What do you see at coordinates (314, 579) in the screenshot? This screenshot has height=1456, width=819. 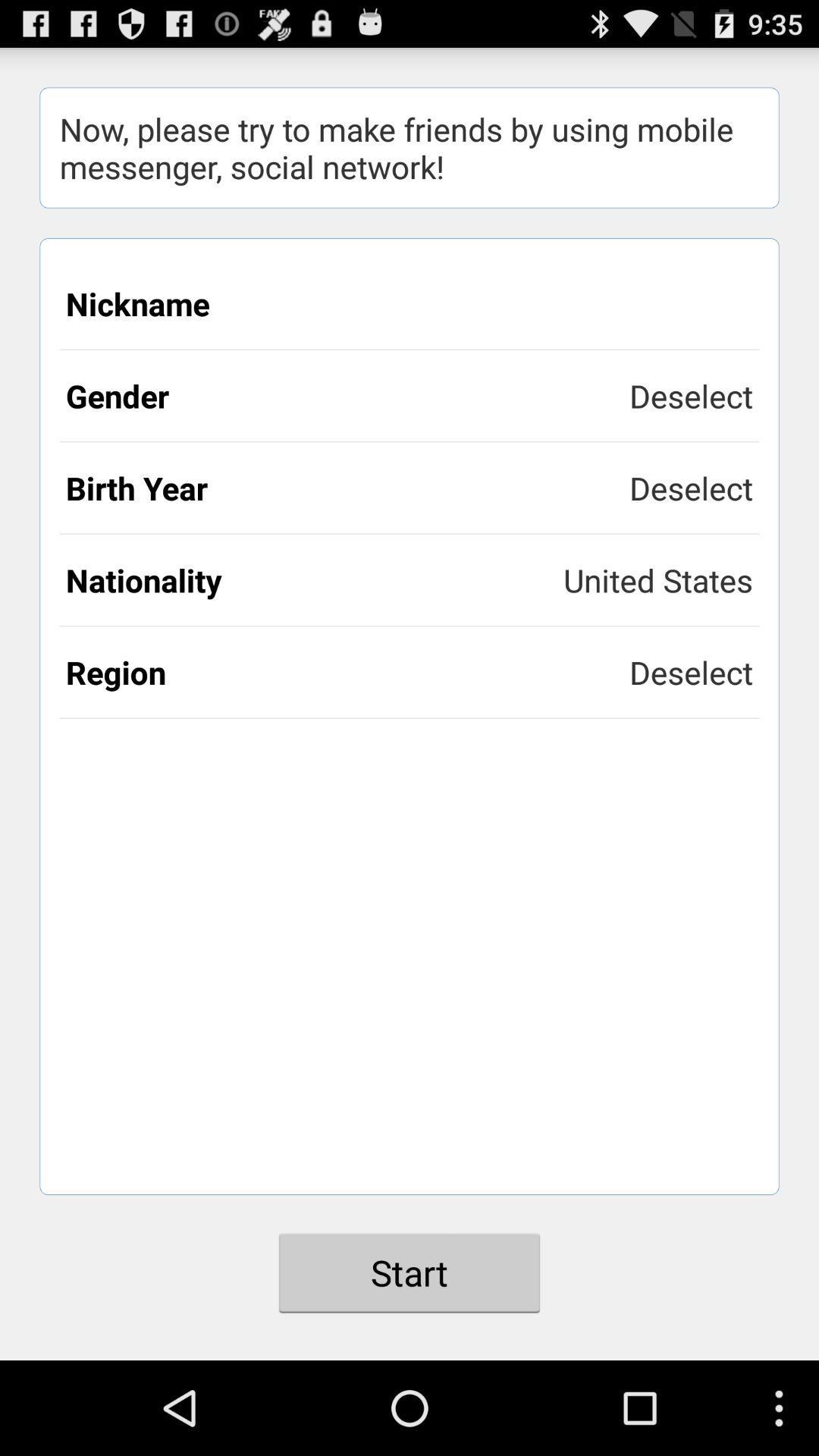 I see `the item to the left of united states app` at bounding box center [314, 579].